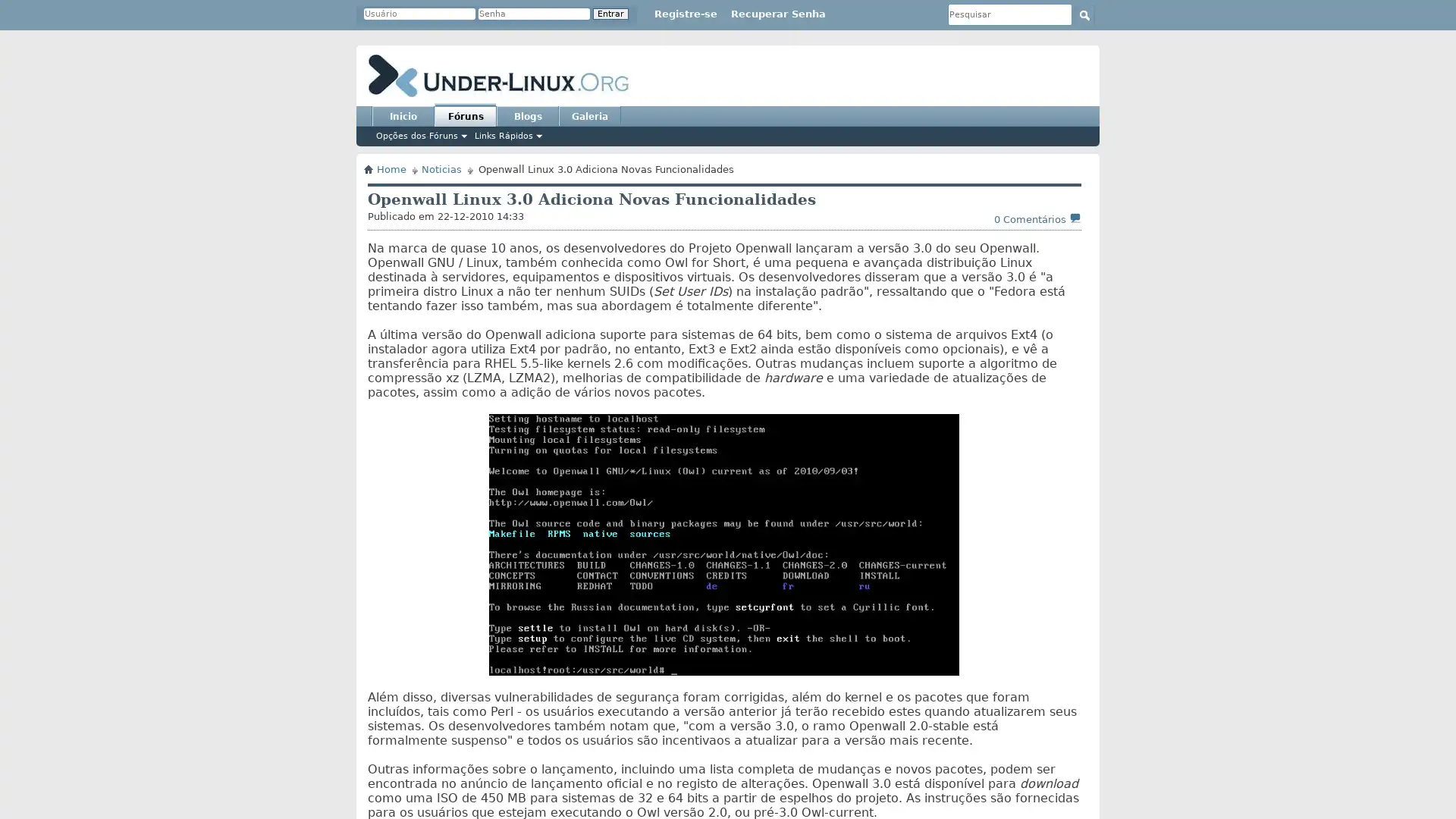  Describe the element at coordinates (610, 14) in the screenshot. I see `Entrar` at that location.